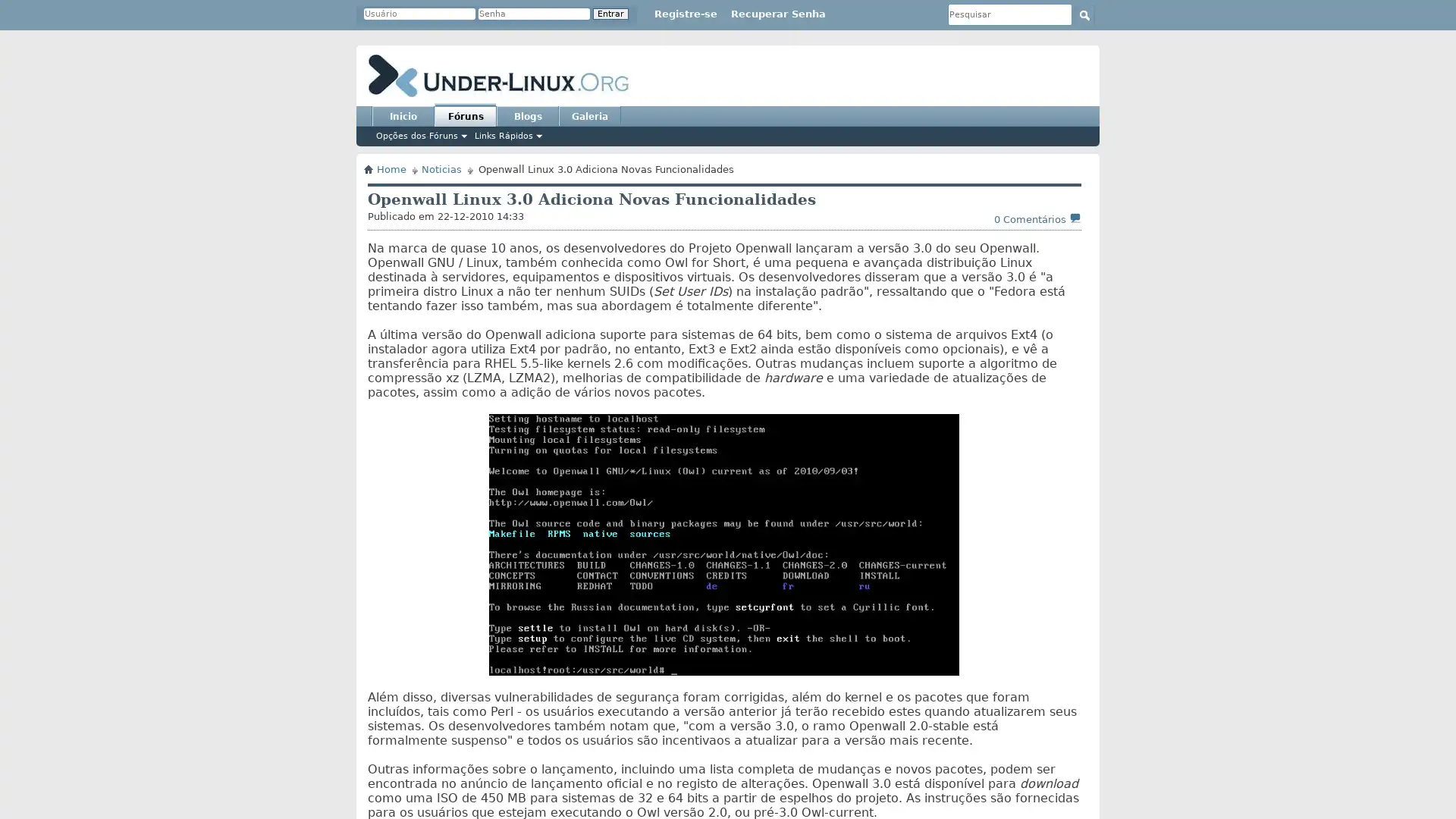  Describe the element at coordinates (610, 14) in the screenshot. I see `Entrar` at that location.